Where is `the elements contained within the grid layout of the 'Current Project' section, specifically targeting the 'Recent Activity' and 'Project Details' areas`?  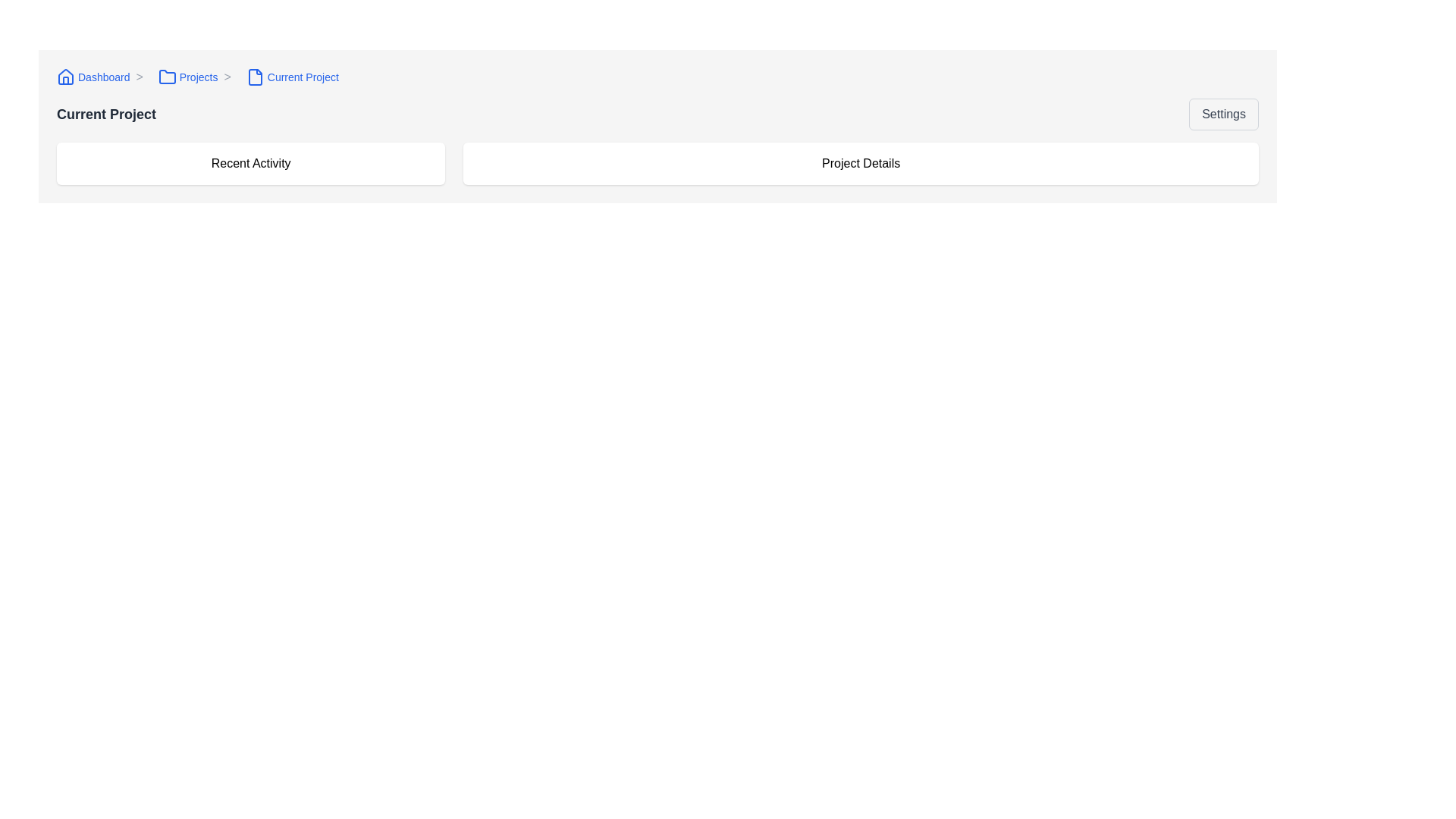 the elements contained within the grid layout of the 'Current Project' section, specifically targeting the 'Recent Activity' and 'Project Details' areas is located at coordinates (657, 164).